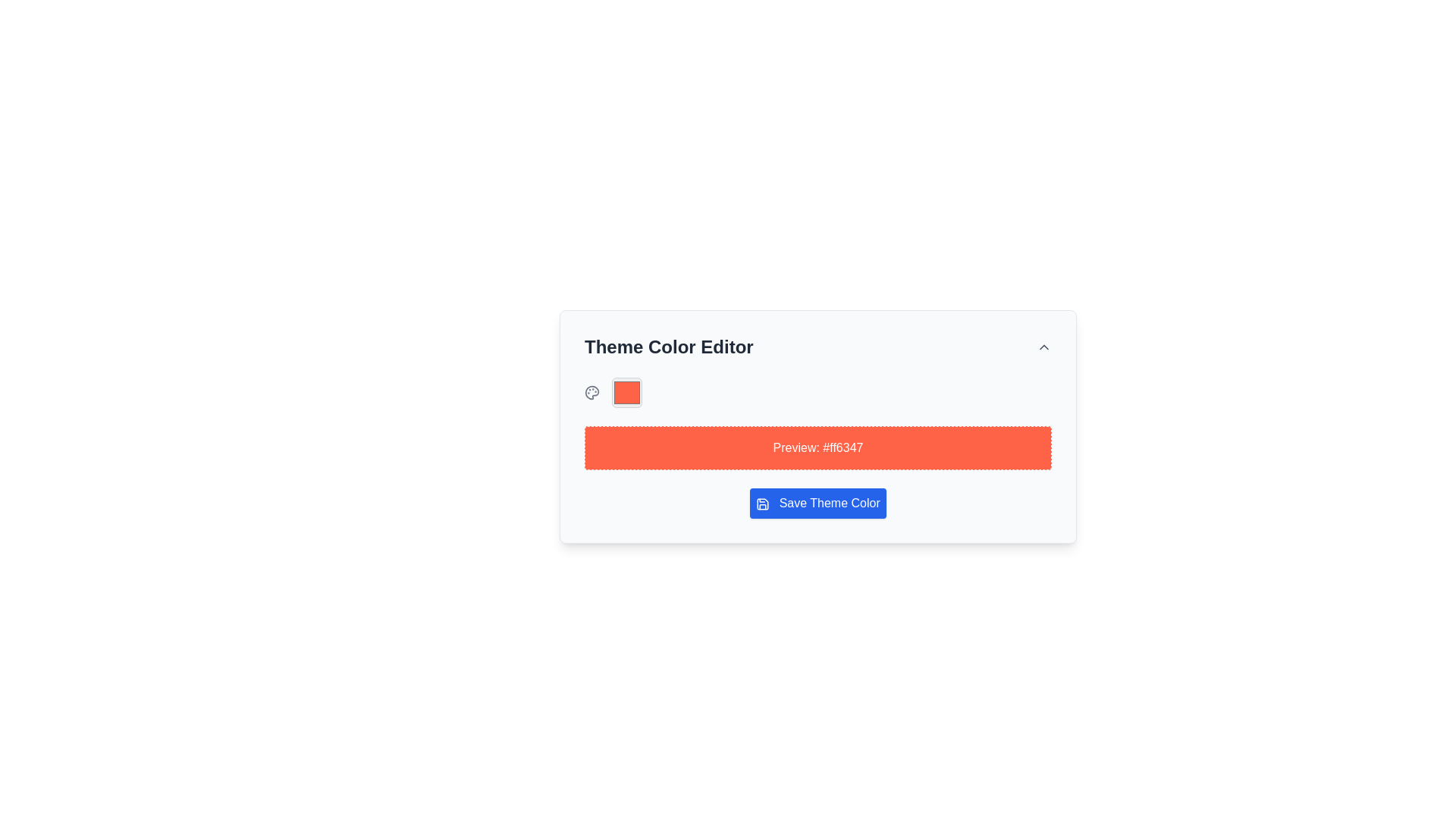 The height and width of the screenshot is (819, 1456). Describe the element at coordinates (1043, 347) in the screenshot. I see `the upward-pointing chevron button located at the top right corner of the header row` at that location.